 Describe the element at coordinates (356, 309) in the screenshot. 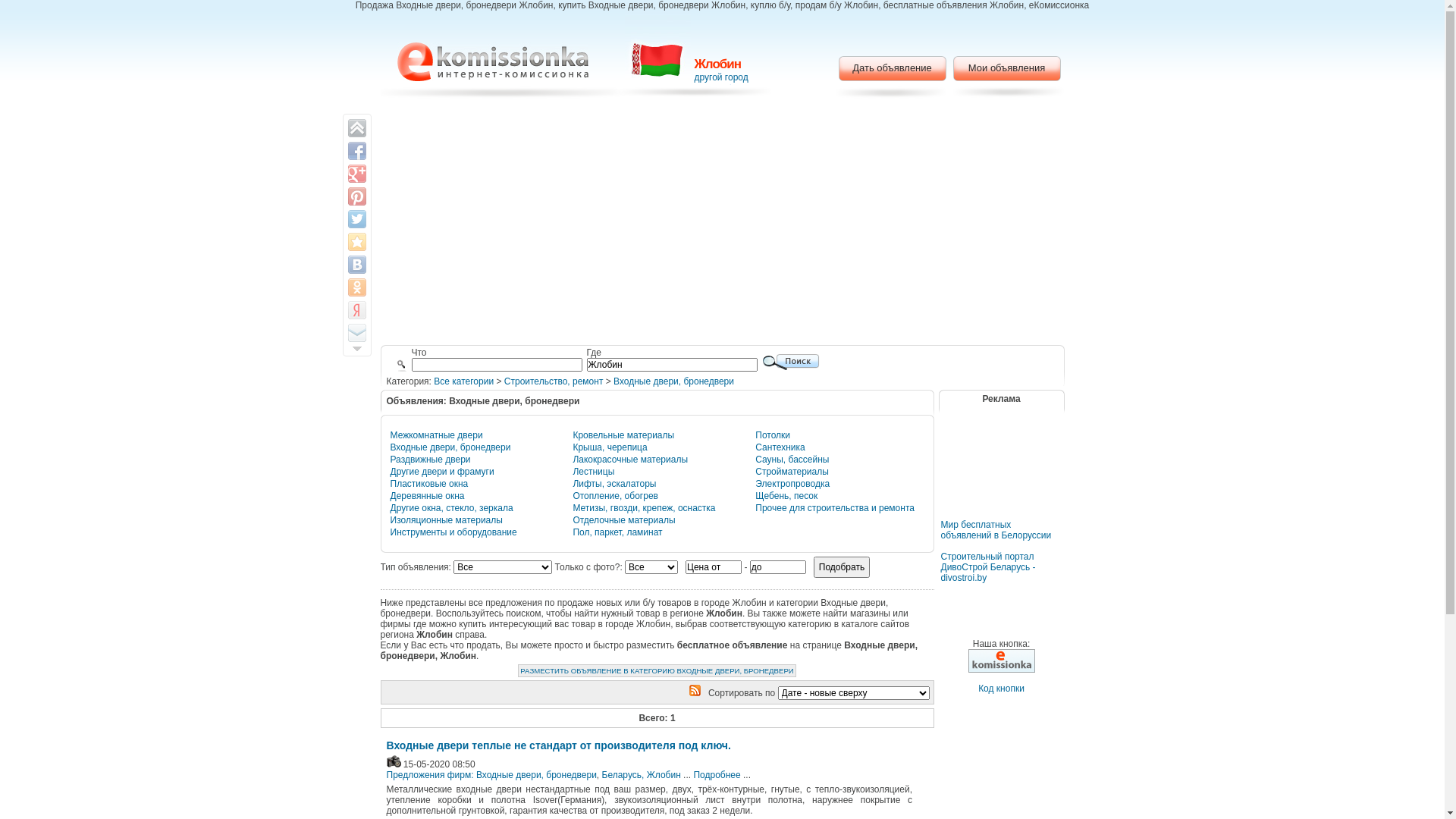

I see `'Save to Yandex Bookmarks'` at that location.